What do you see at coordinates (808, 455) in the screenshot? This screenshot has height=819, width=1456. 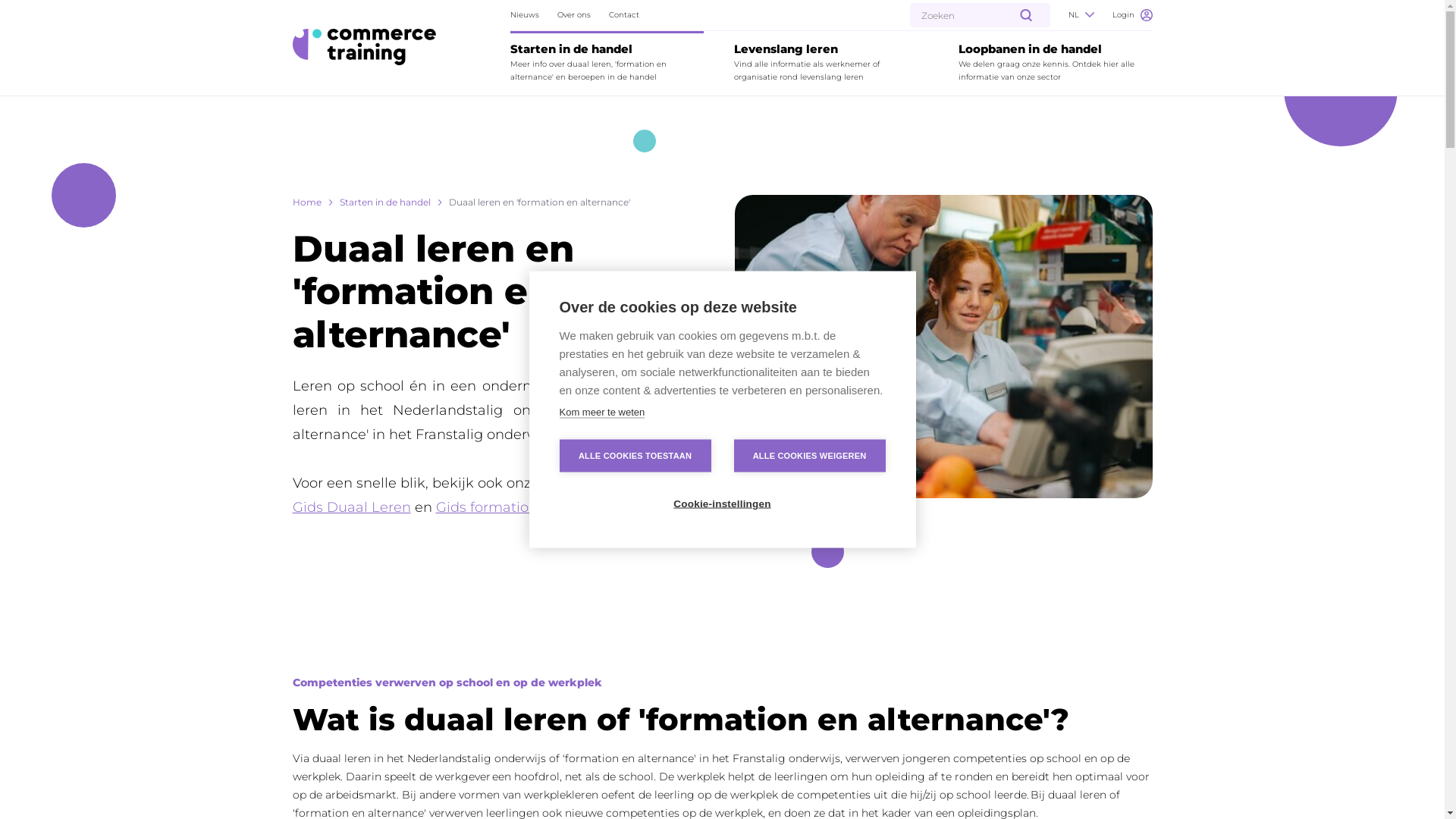 I see `'ALLE COOKIES WEIGEREN'` at bounding box center [808, 455].